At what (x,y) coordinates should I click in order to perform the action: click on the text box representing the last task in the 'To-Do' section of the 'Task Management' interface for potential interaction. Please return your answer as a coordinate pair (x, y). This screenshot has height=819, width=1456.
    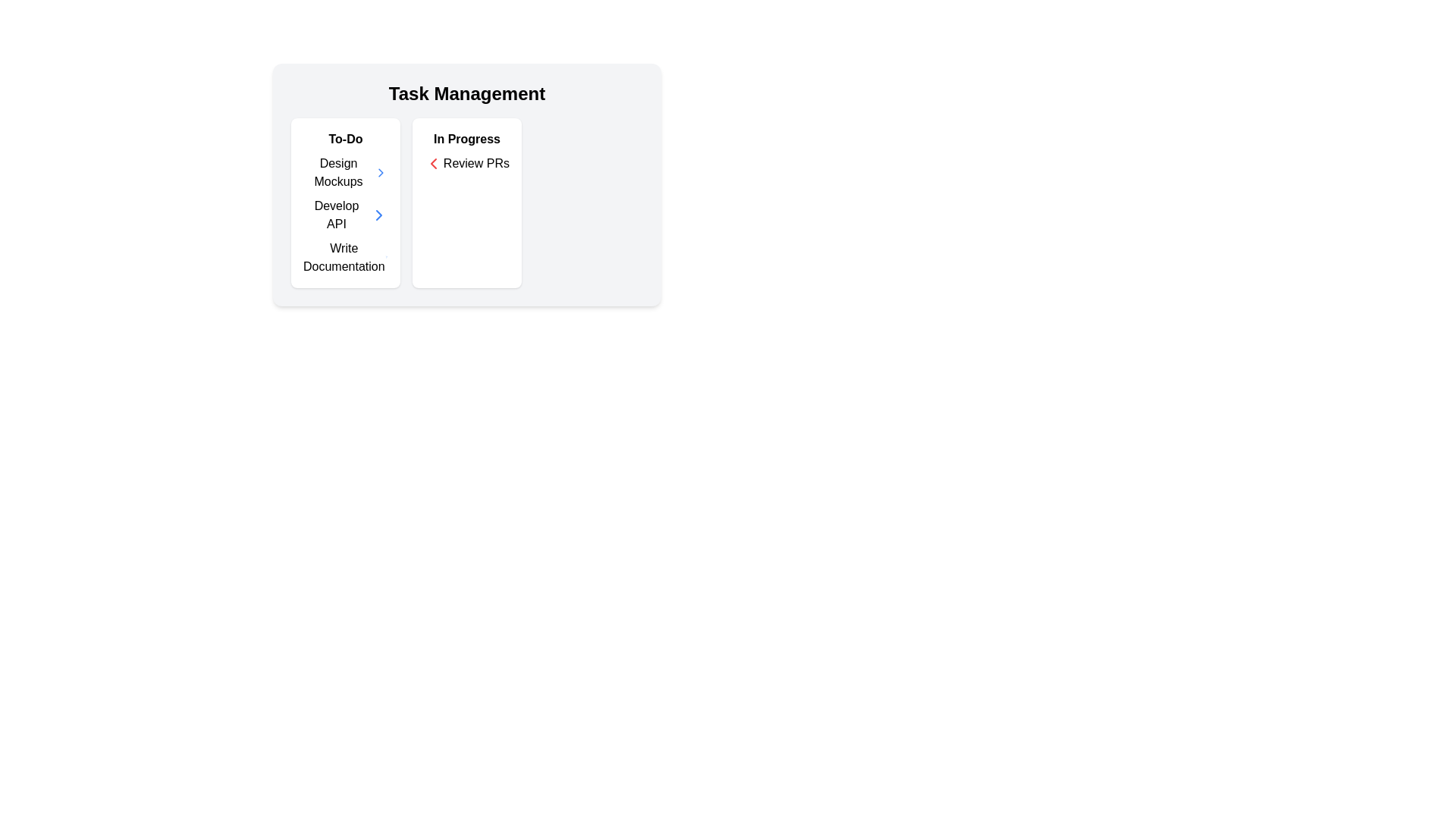
    Looking at the image, I should click on (343, 256).